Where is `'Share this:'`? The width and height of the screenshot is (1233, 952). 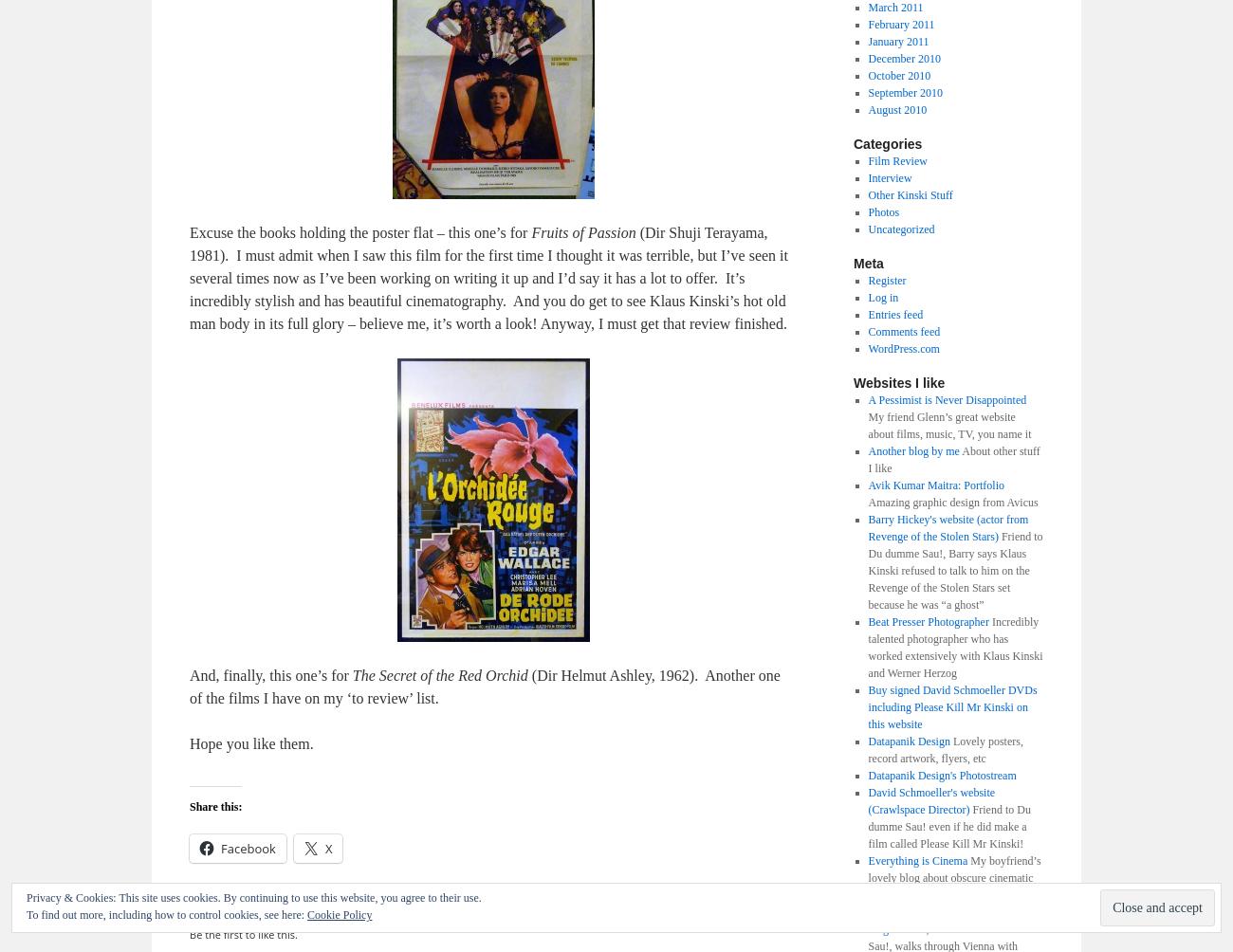 'Share this:' is located at coordinates (214, 806).